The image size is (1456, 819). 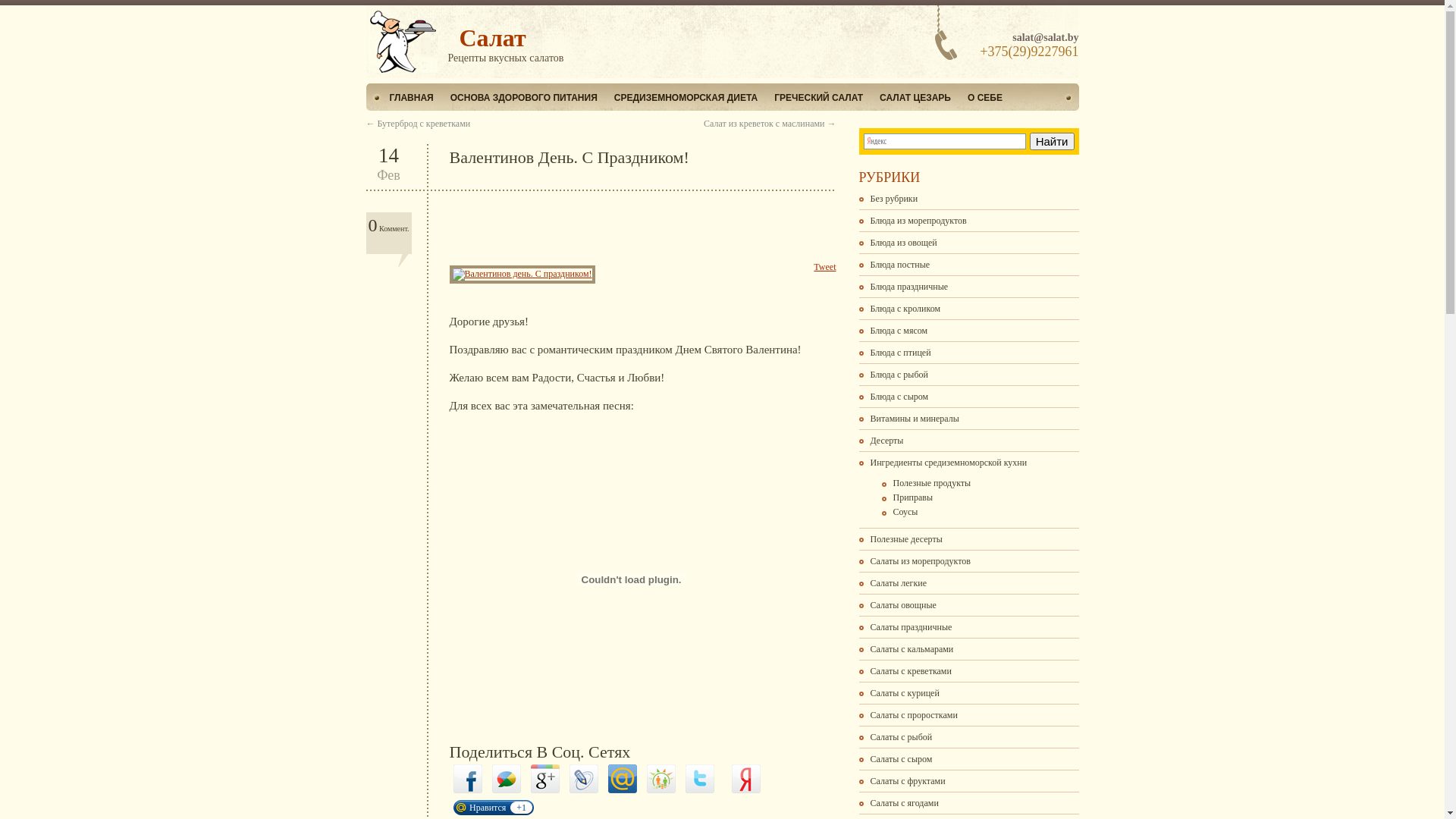 I want to click on '0', so click(x=372, y=225).